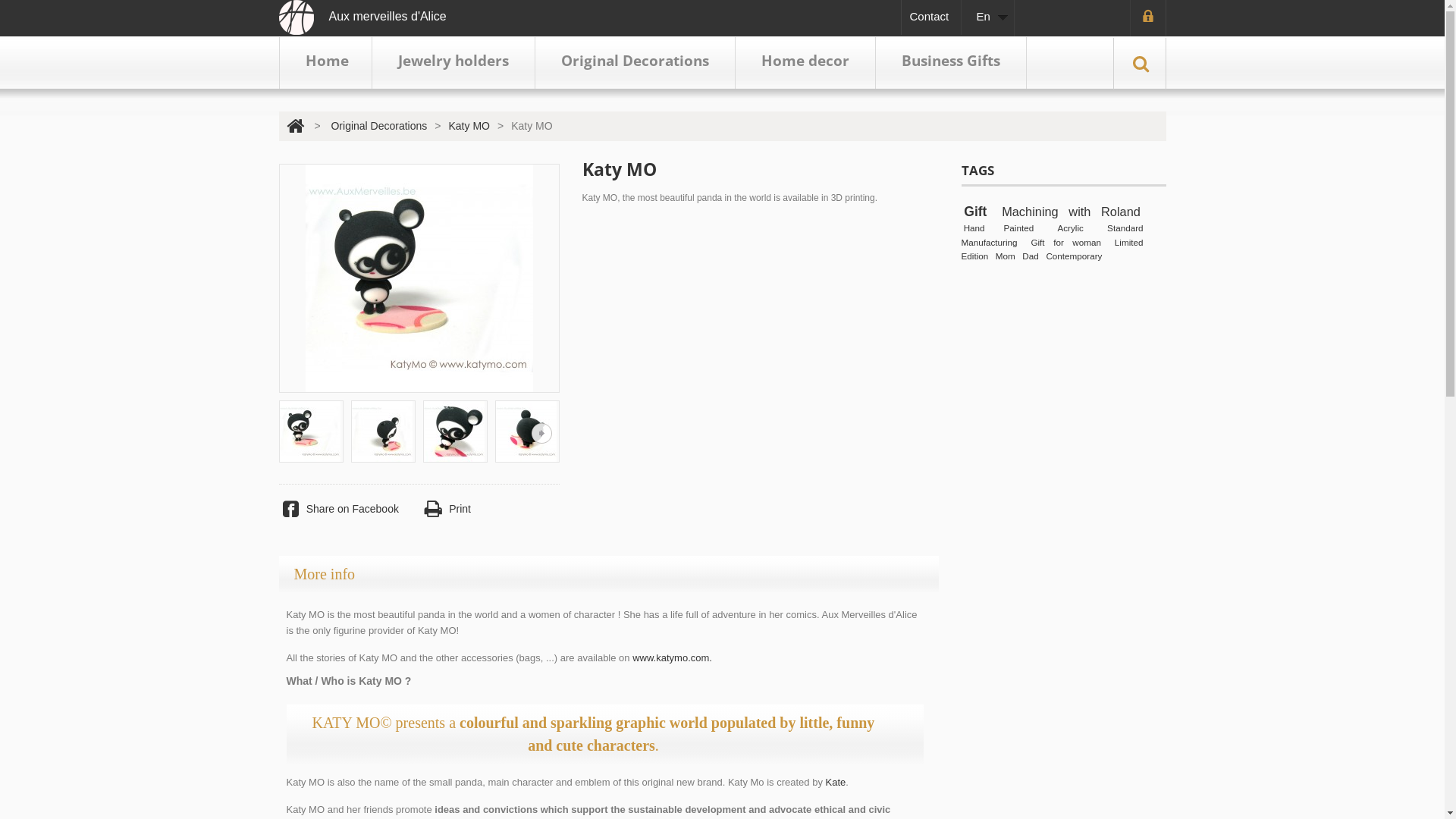  I want to click on 'Original Decorations', so click(635, 62).